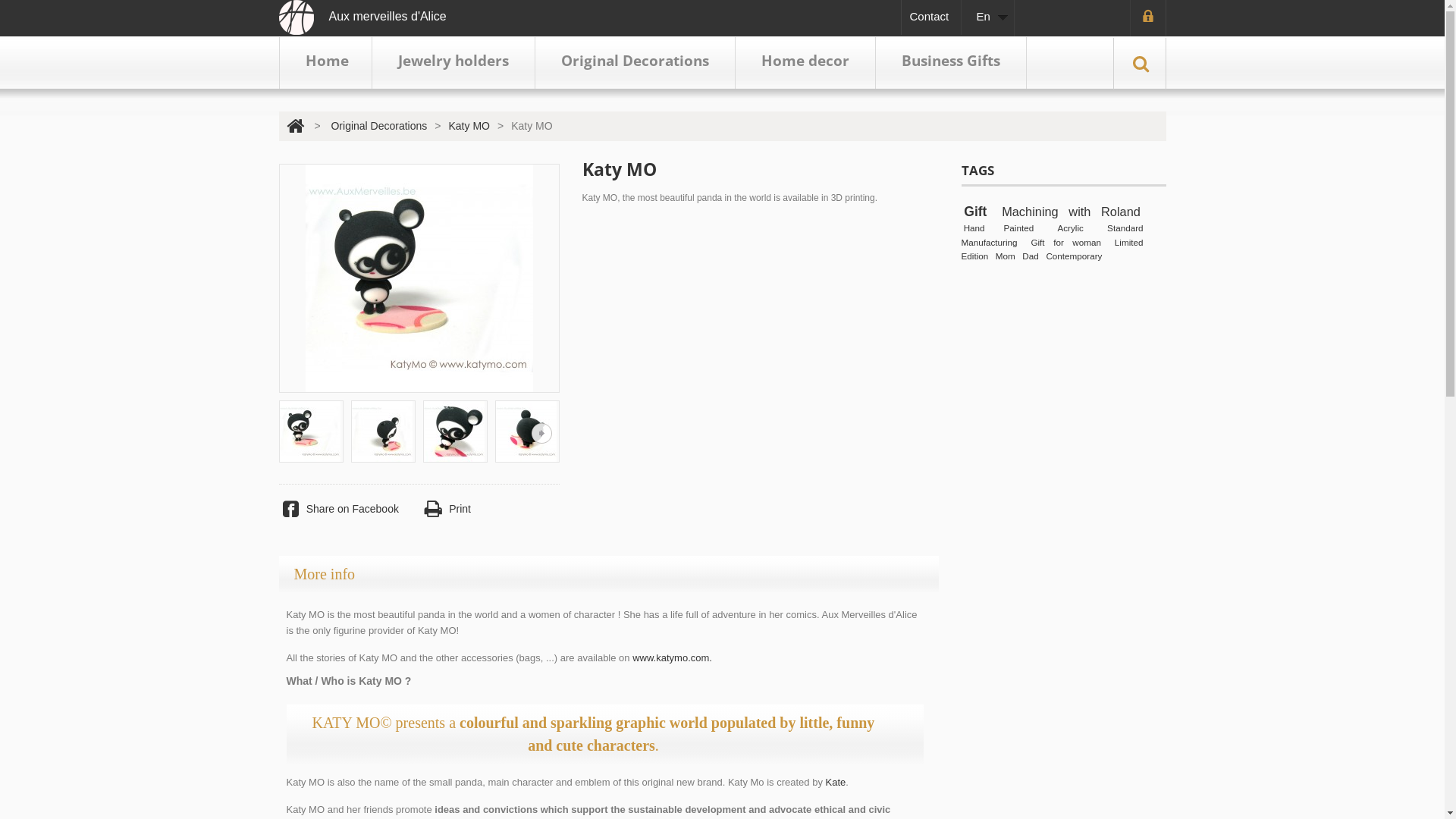  I want to click on 'Original Decorations', so click(635, 62).